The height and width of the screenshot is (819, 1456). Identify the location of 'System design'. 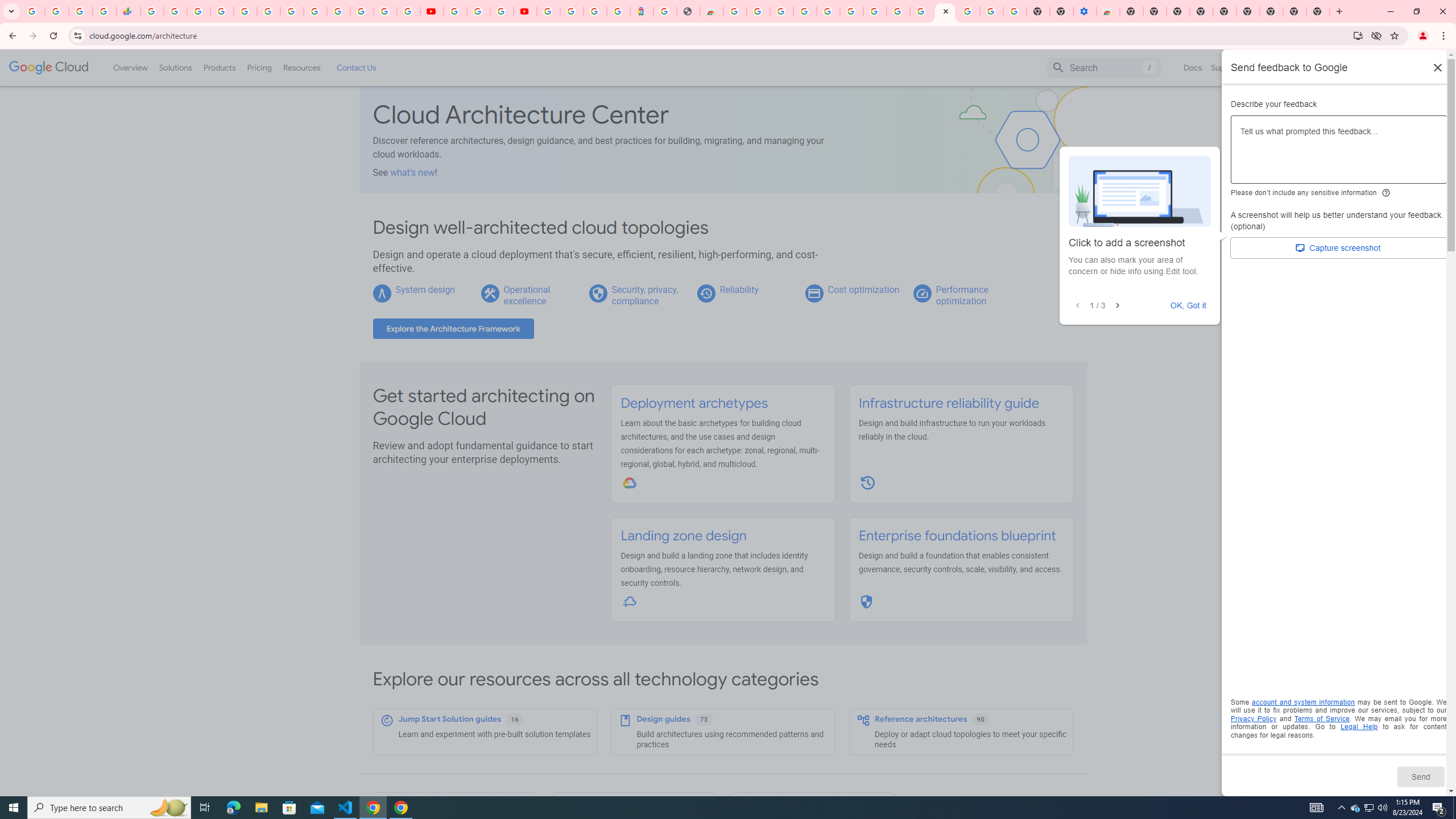
(424, 289).